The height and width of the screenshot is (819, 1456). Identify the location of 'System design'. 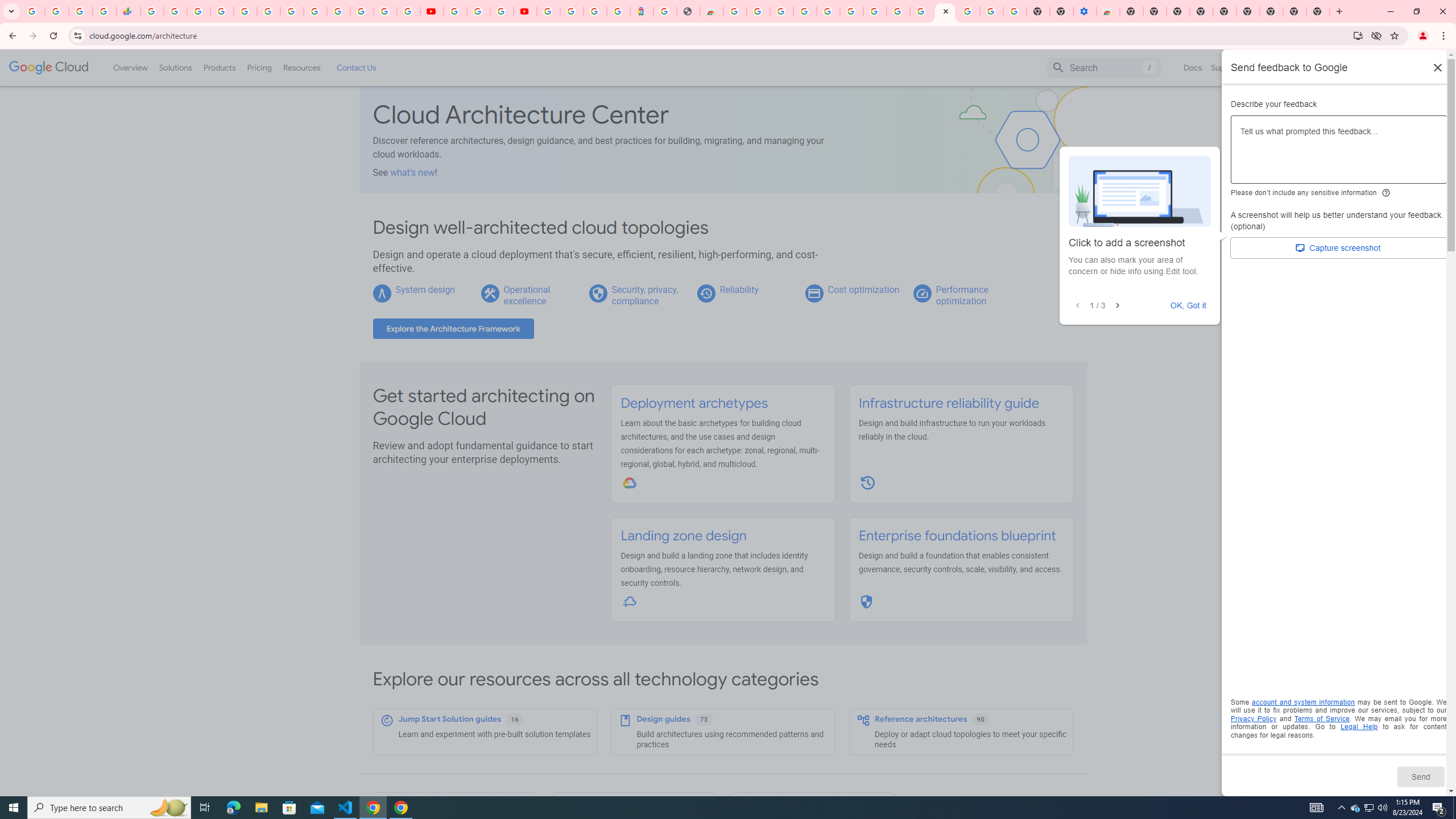
(424, 289).